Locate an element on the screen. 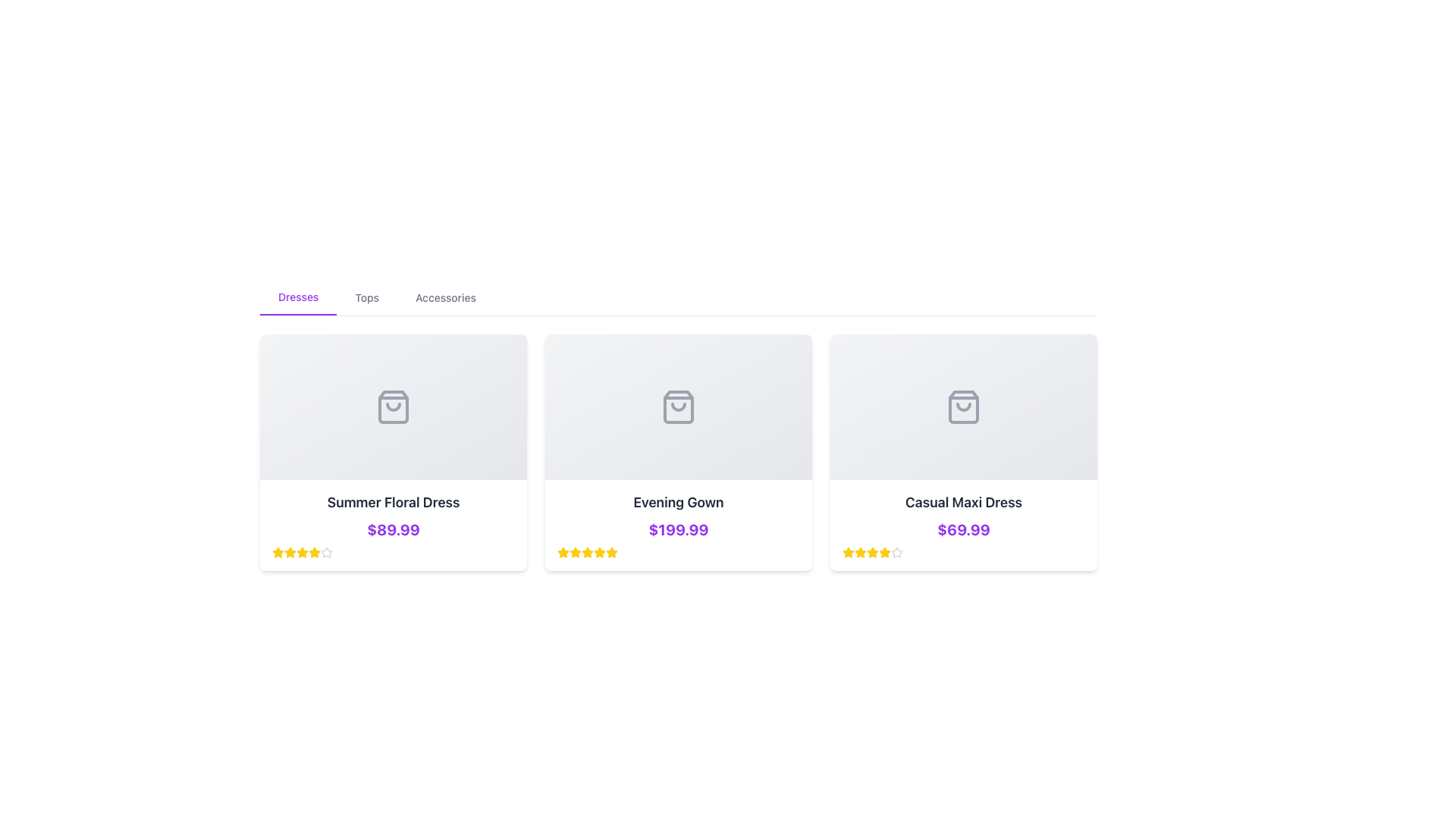  the product card showcasing the evening gown priced at $199.99 is located at coordinates (677, 452).